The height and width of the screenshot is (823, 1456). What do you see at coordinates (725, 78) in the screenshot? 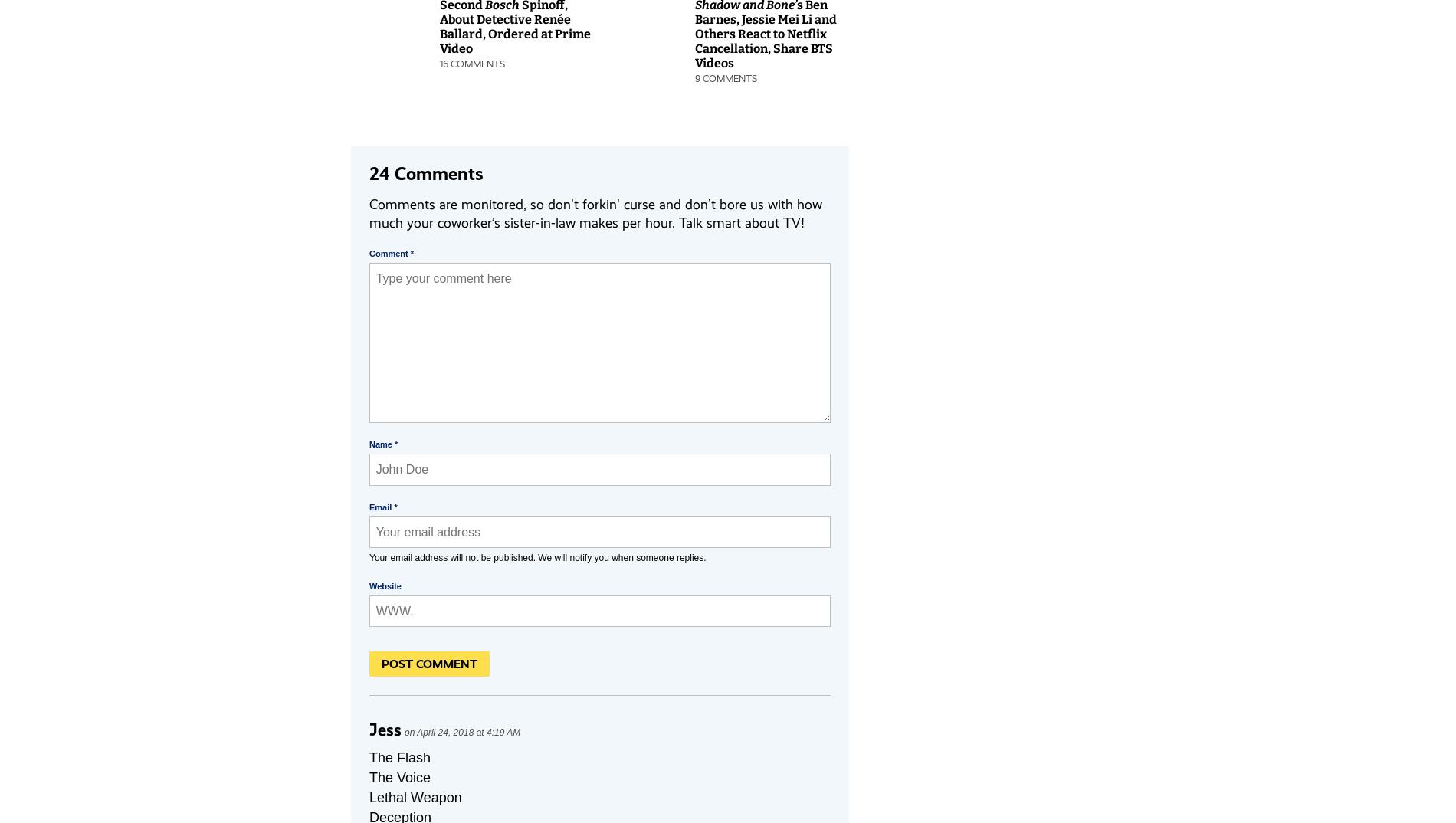
I see `'9 Comments'` at bounding box center [725, 78].